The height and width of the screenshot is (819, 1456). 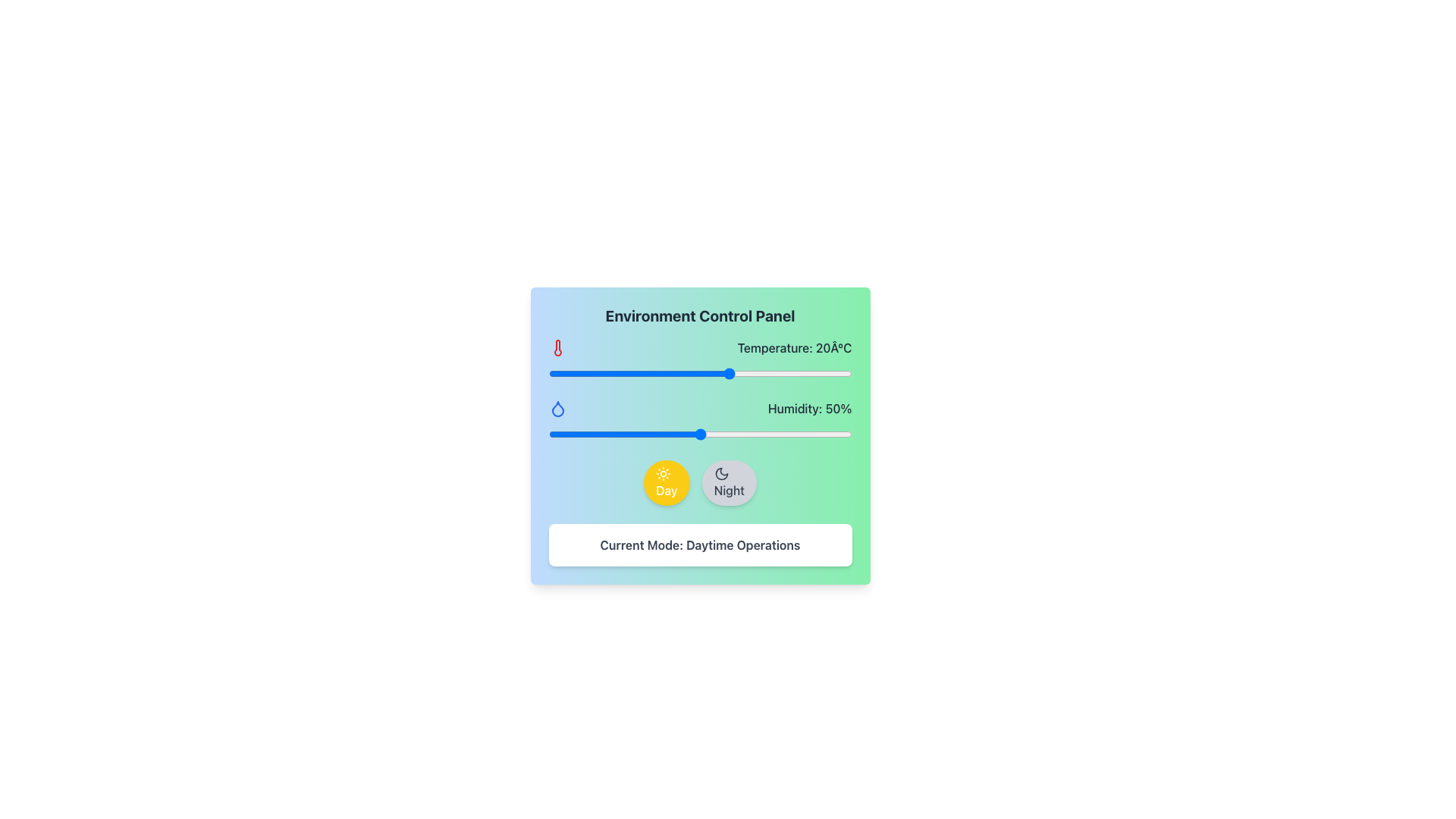 I want to click on the crescent moon icon within the circular button labeled 'Night', so click(x=720, y=472).